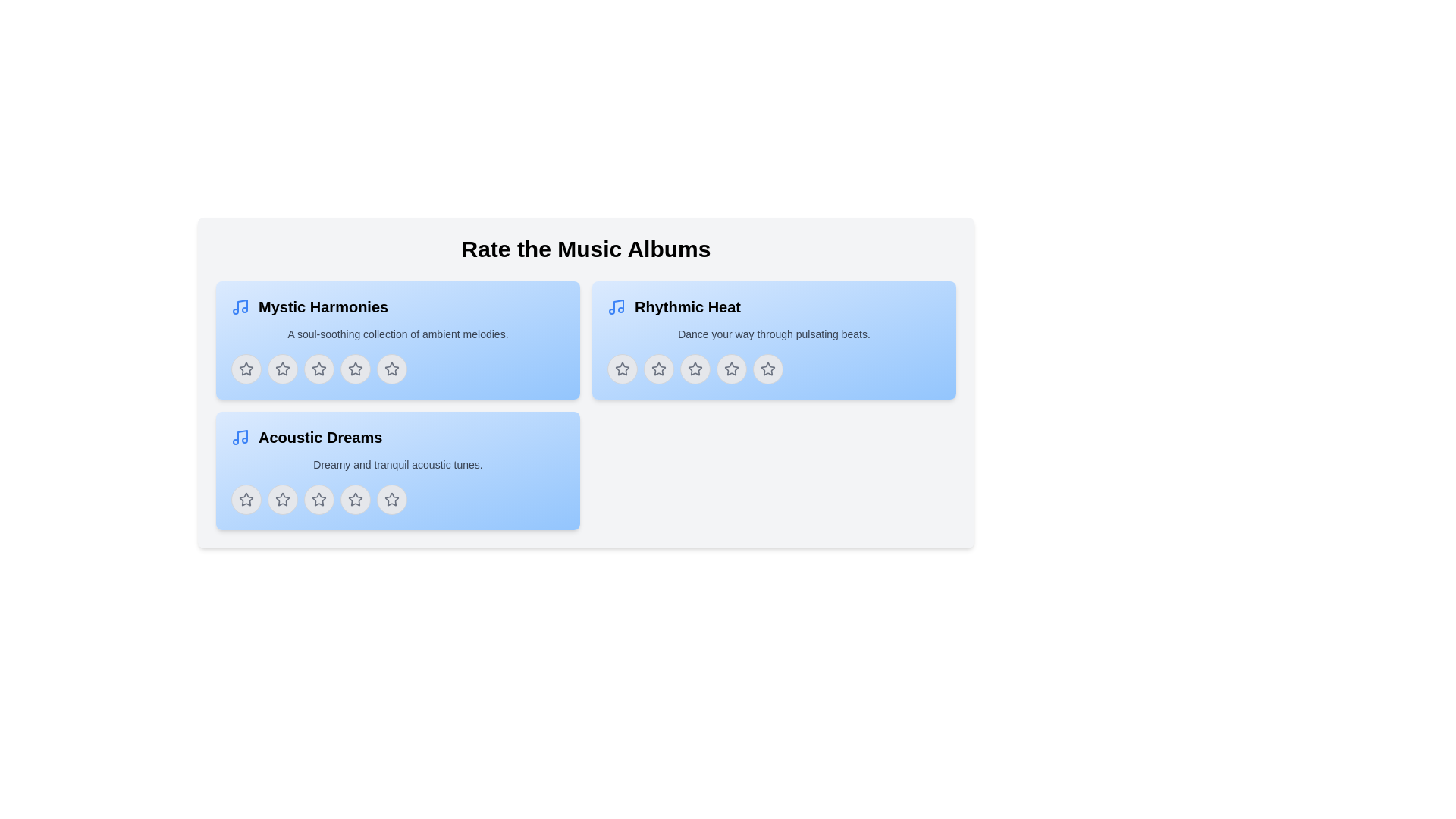 Image resolution: width=1456 pixels, height=819 pixels. What do you see at coordinates (318, 500) in the screenshot?
I see `the second star in the rating system below the 'Acoustic Dreams' section` at bounding box center [318, 500].